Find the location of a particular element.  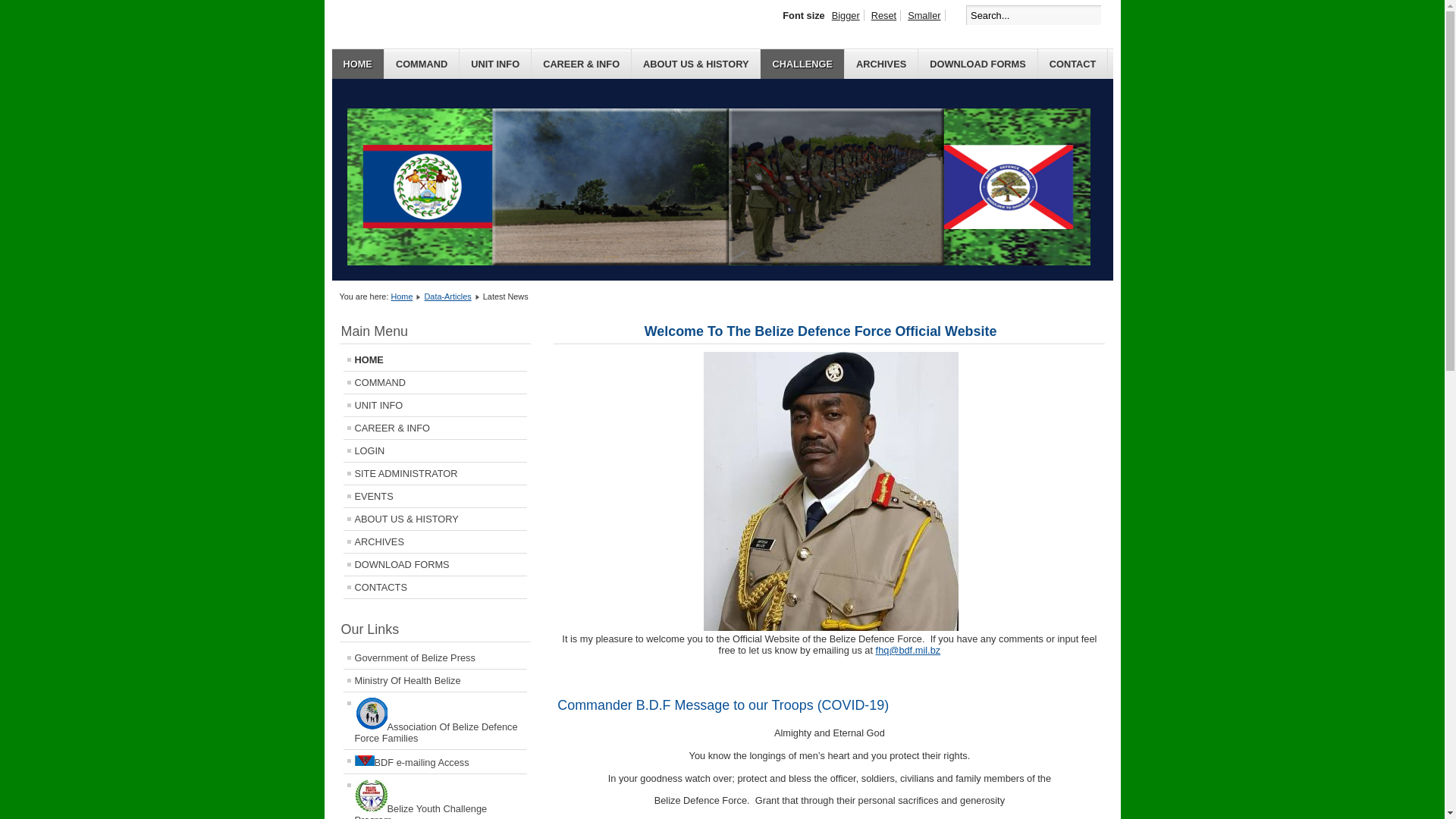

'Home' is located at coordinates (401, 296).